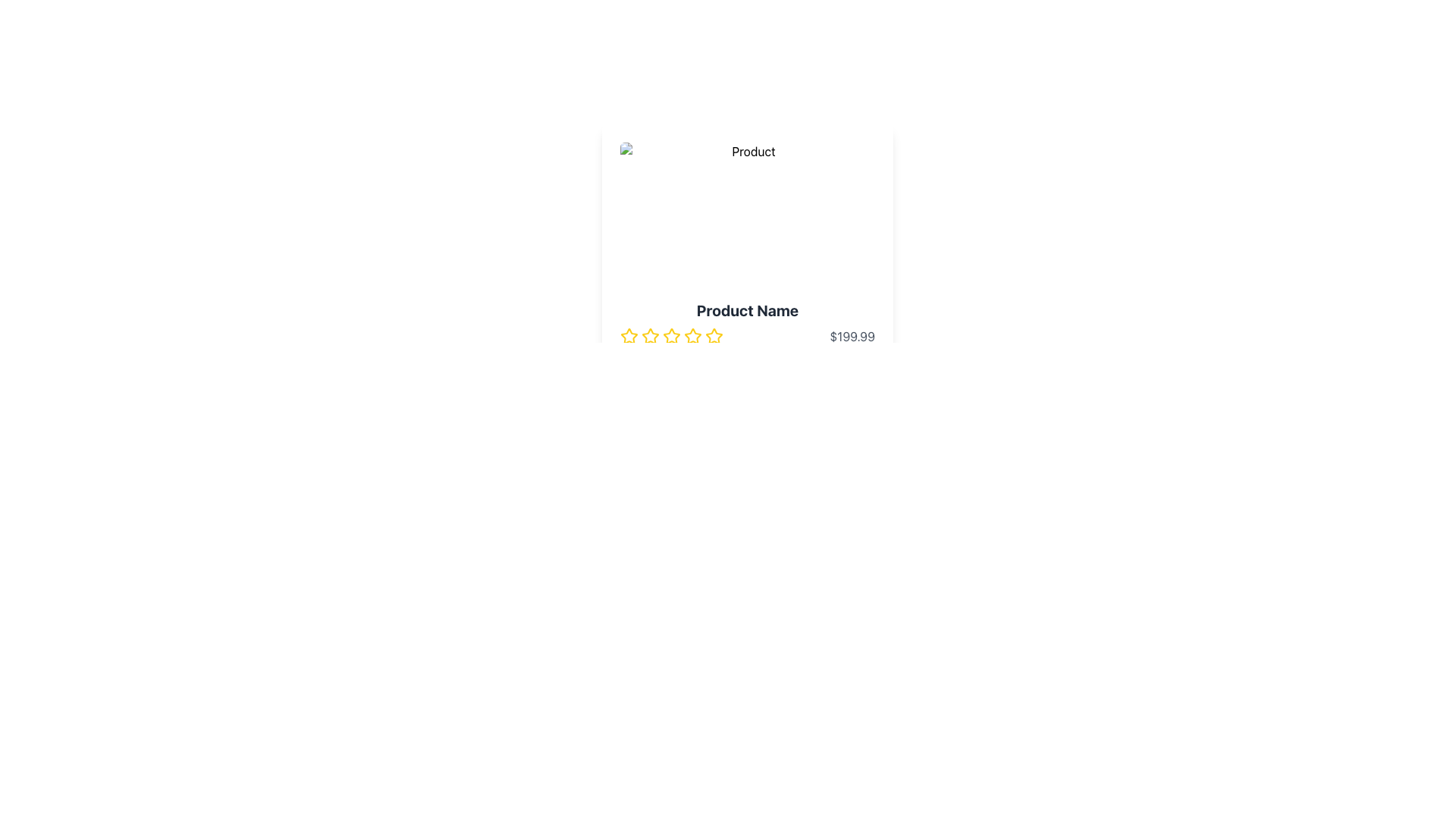 The width and height of the screenshot is (1456, 819). I want to click on the highlighted yellow outlined star icon, which is the first star in a row of rating stars, to rate the product, so click(629, 335).